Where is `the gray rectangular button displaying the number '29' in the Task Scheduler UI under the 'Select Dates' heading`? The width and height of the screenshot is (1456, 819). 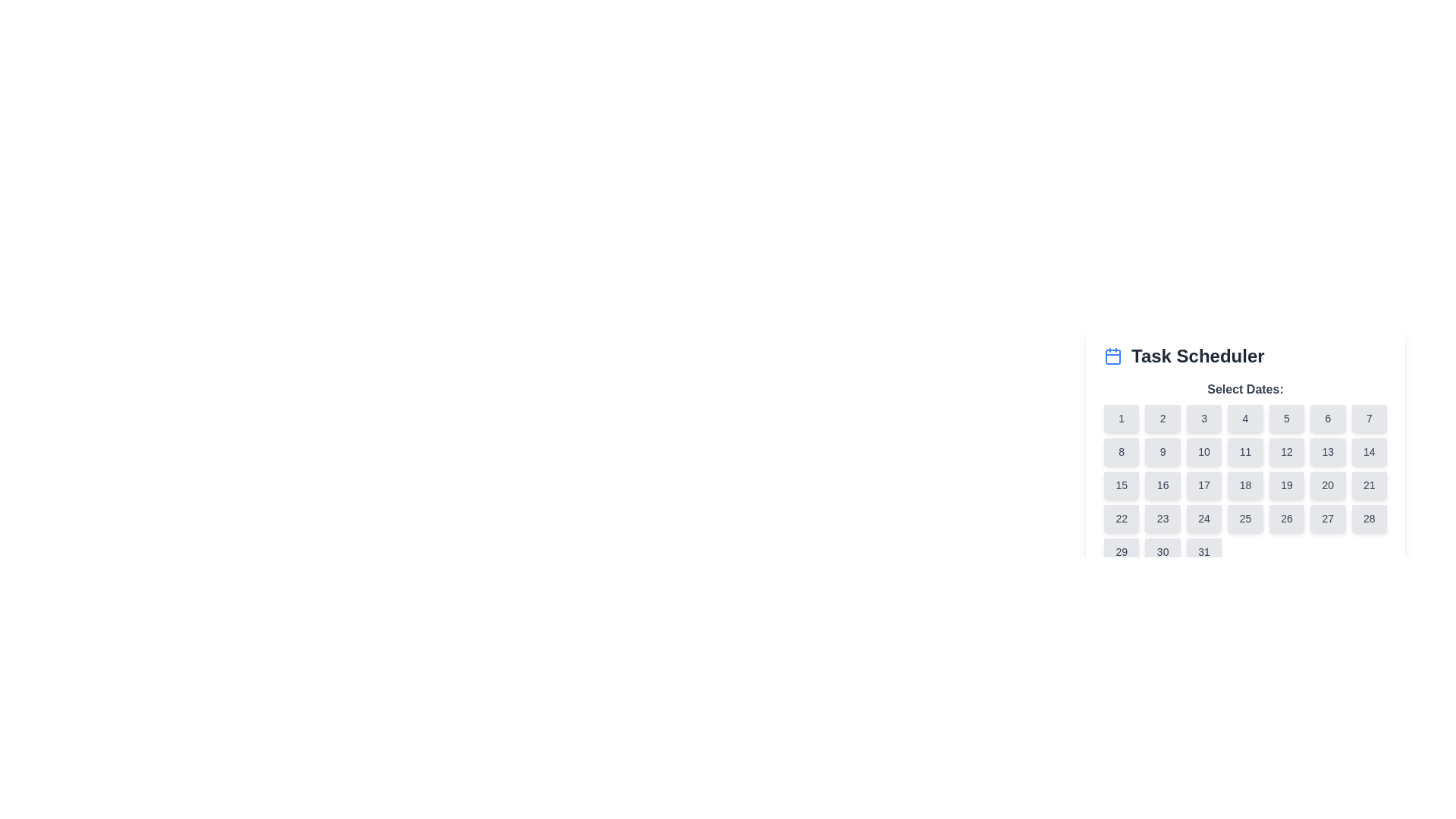 the gray rectangular button displaying the number '29' in the Task Scheduler UI under the 'Select Dates' heading is located at coordinates (1122, 552).